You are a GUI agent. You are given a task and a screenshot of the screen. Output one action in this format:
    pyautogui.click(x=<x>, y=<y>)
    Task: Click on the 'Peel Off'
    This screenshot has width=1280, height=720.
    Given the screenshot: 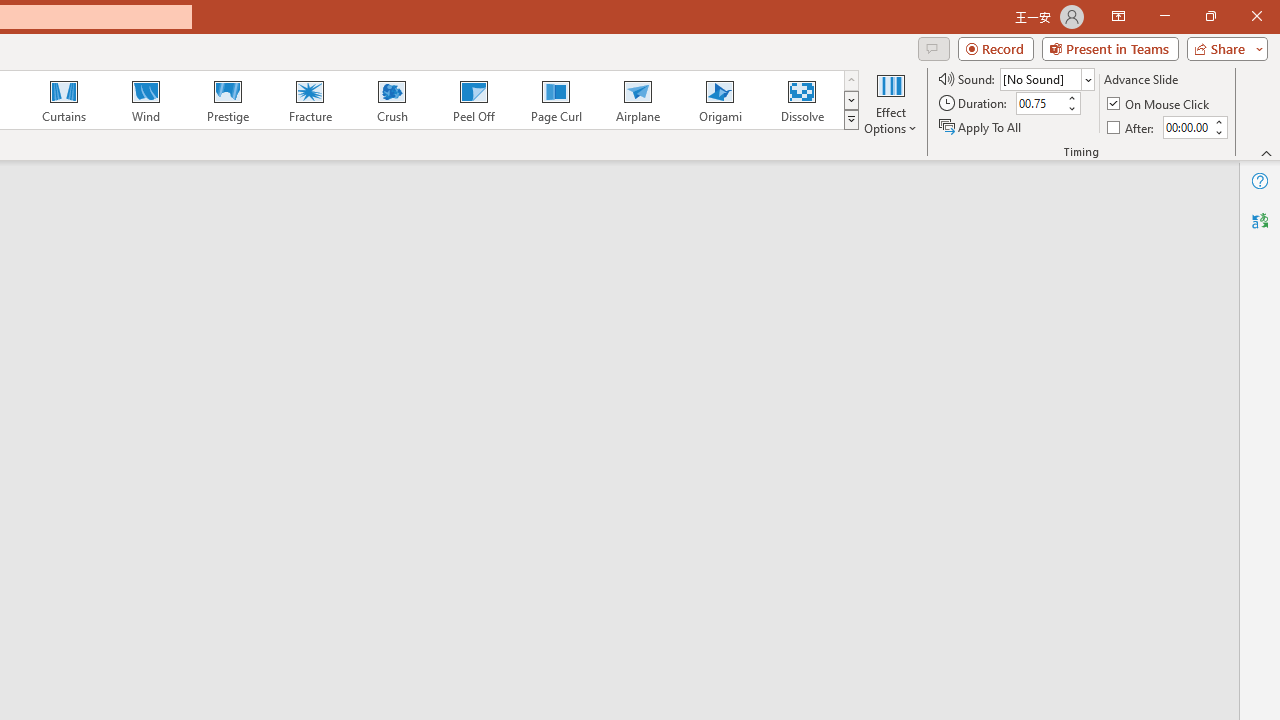 What is the action you would take?
    pyautogui.click(x=472, y=100)
    